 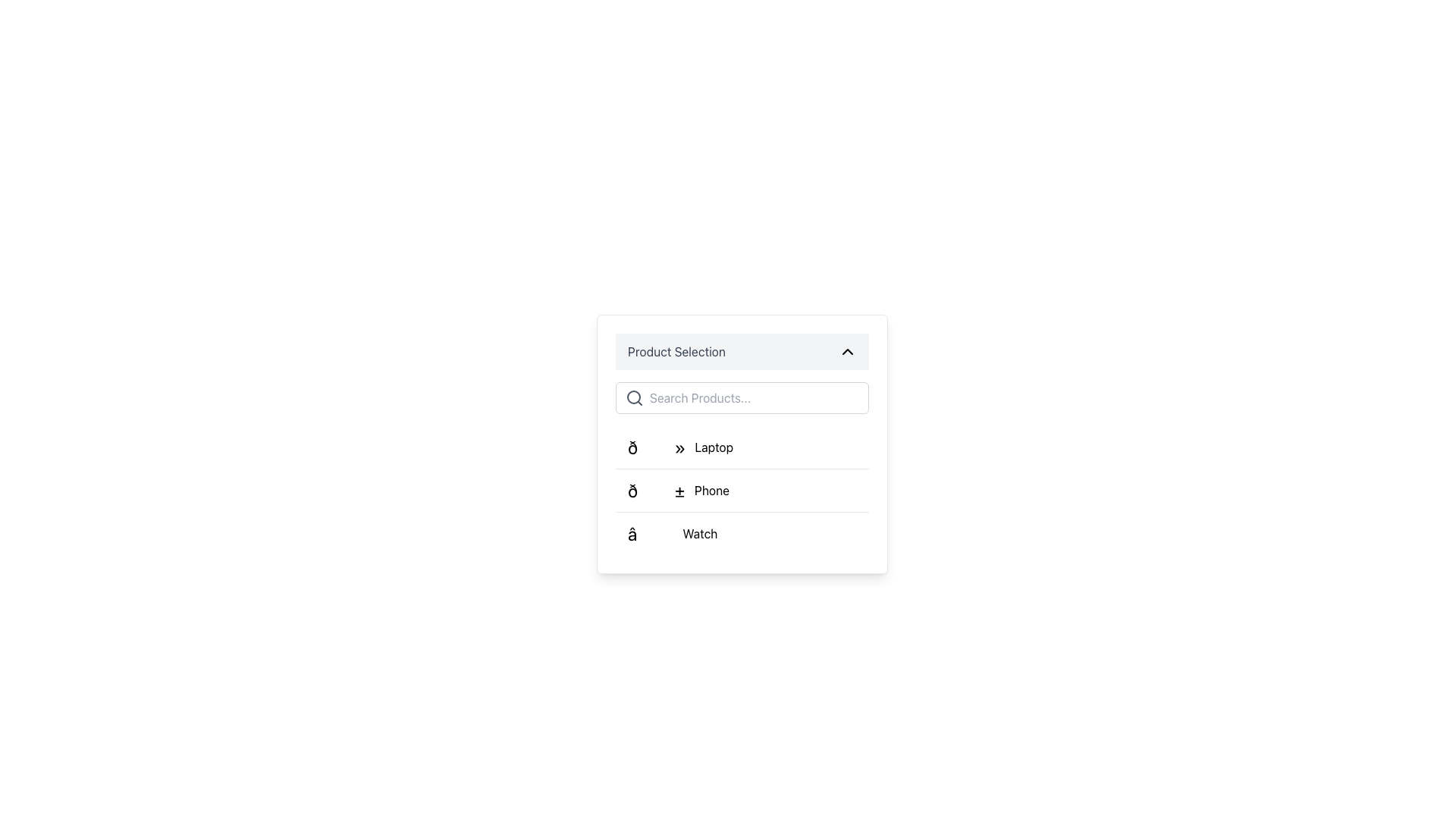 What do you see at coordinates (742, 397) in the screenshot?
I see `the search input field with a gray border and rounded corners located at the top of the 'Product Selection' dropdown menu to focus and type a query` at bounding box center [742, 397].